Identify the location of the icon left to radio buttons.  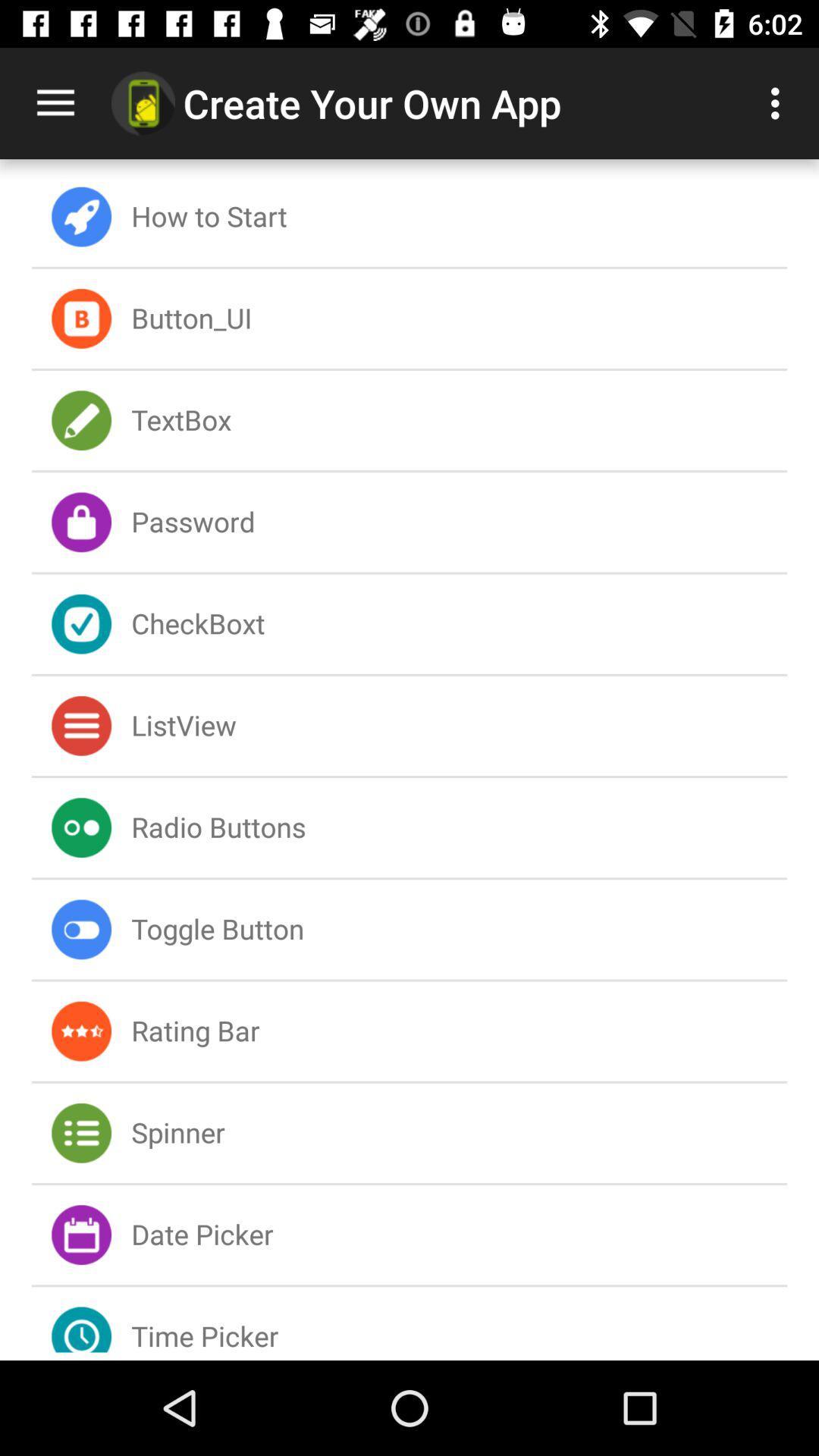
(81, 827).